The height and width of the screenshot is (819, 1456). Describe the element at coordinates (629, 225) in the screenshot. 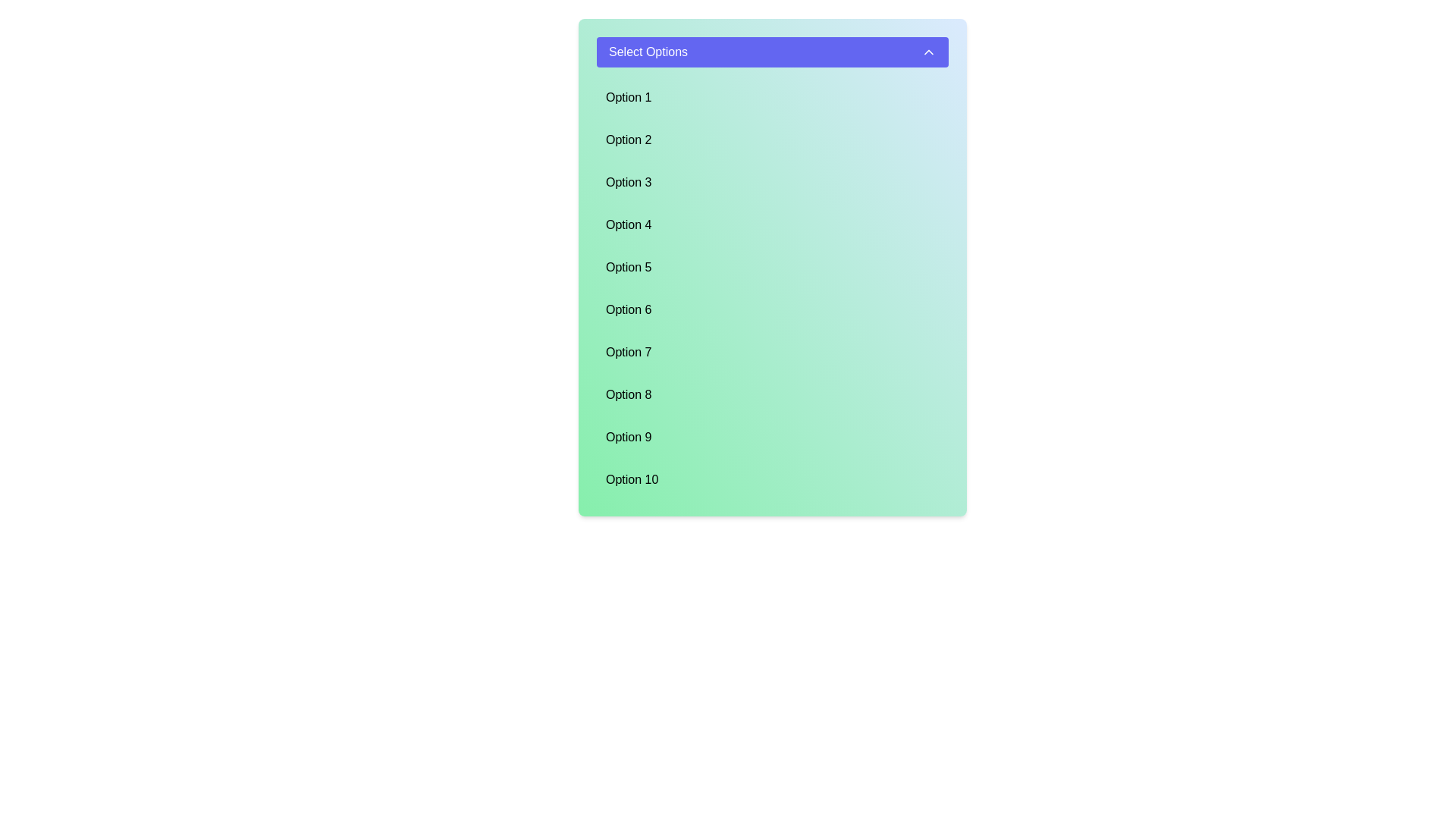

I see `the fourth selectable option in the dropdown menu labeled 'Select Options'` at that location.